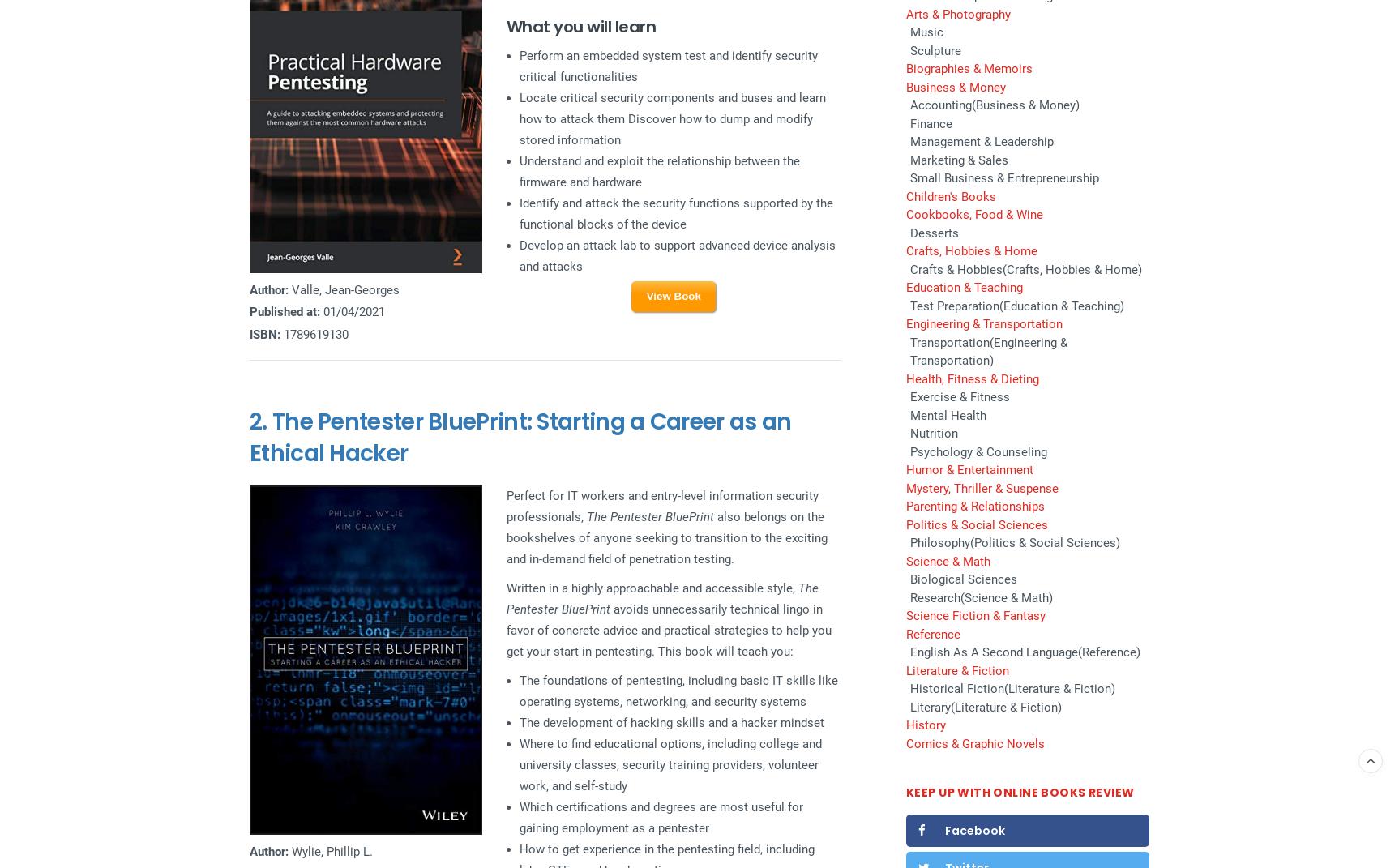 The width and height of the screenshot is (1399, 868). Describe the element at coordinates (314, 334) in the screenshot. I see `'1789619130'` at that location.